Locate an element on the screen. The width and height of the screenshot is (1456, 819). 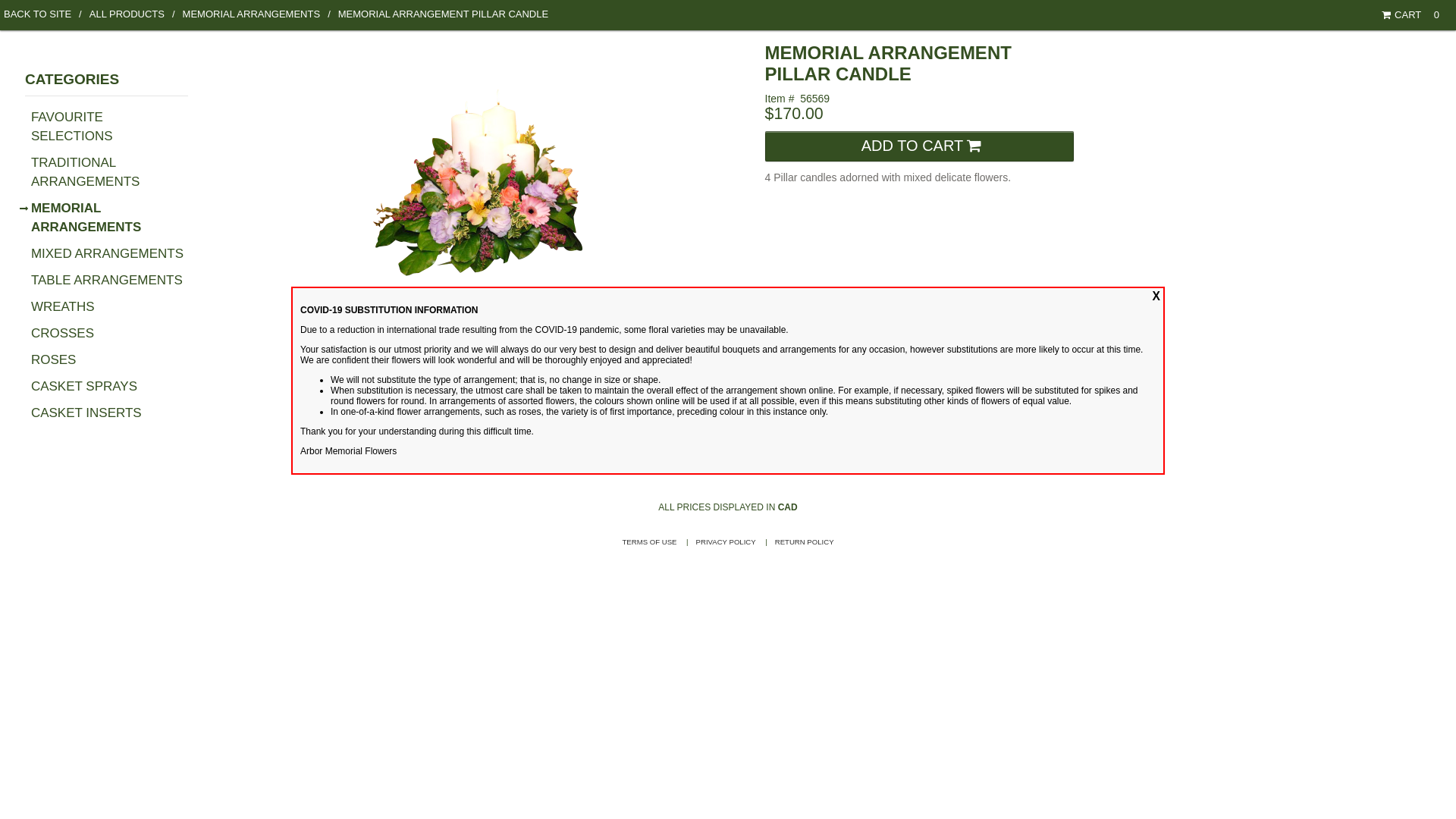
'TRADITIONAL ARRANGEMENTS' is located at coordinates (85, 171).